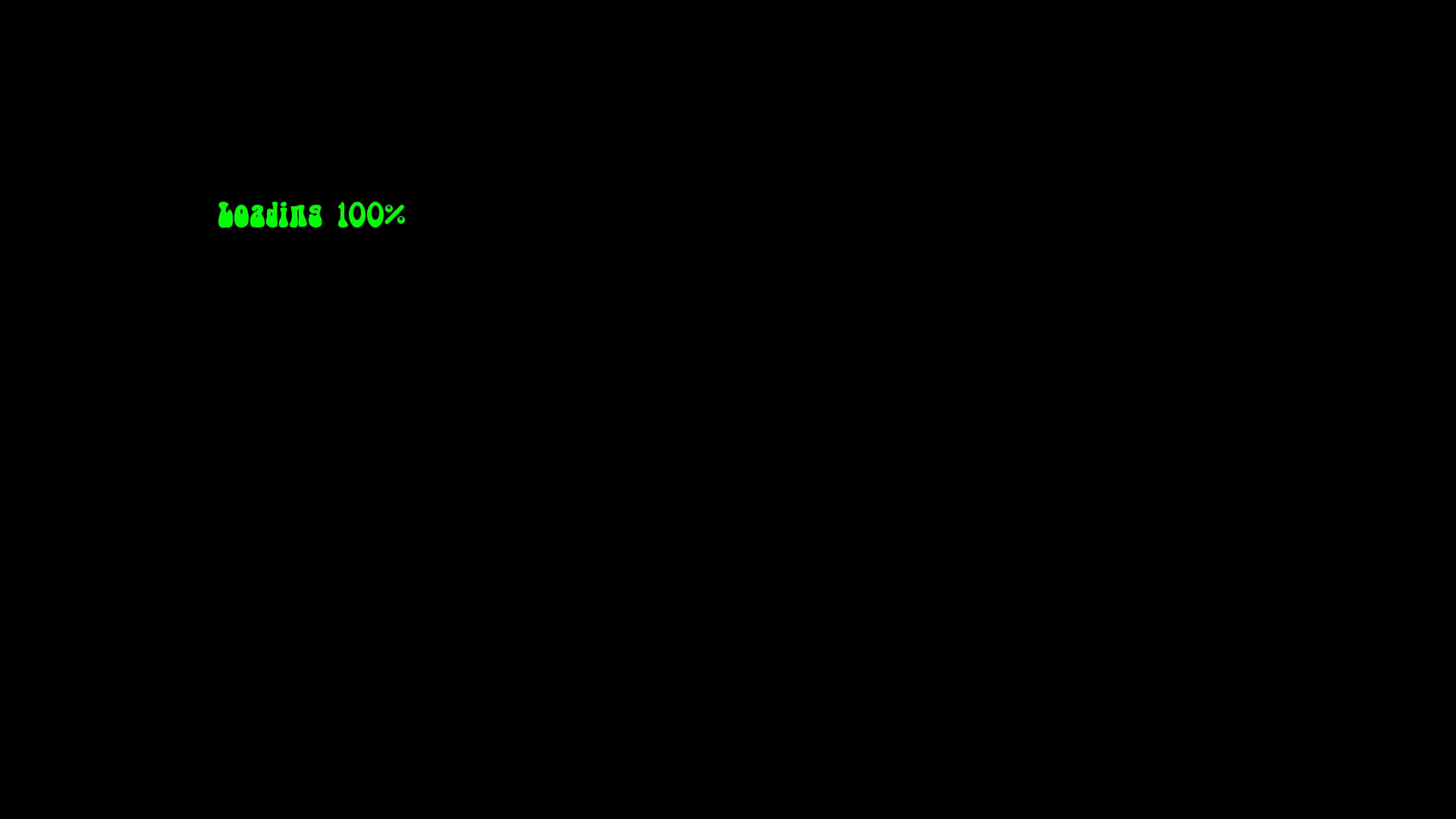  I want to click on MENU, so click(501, 321).